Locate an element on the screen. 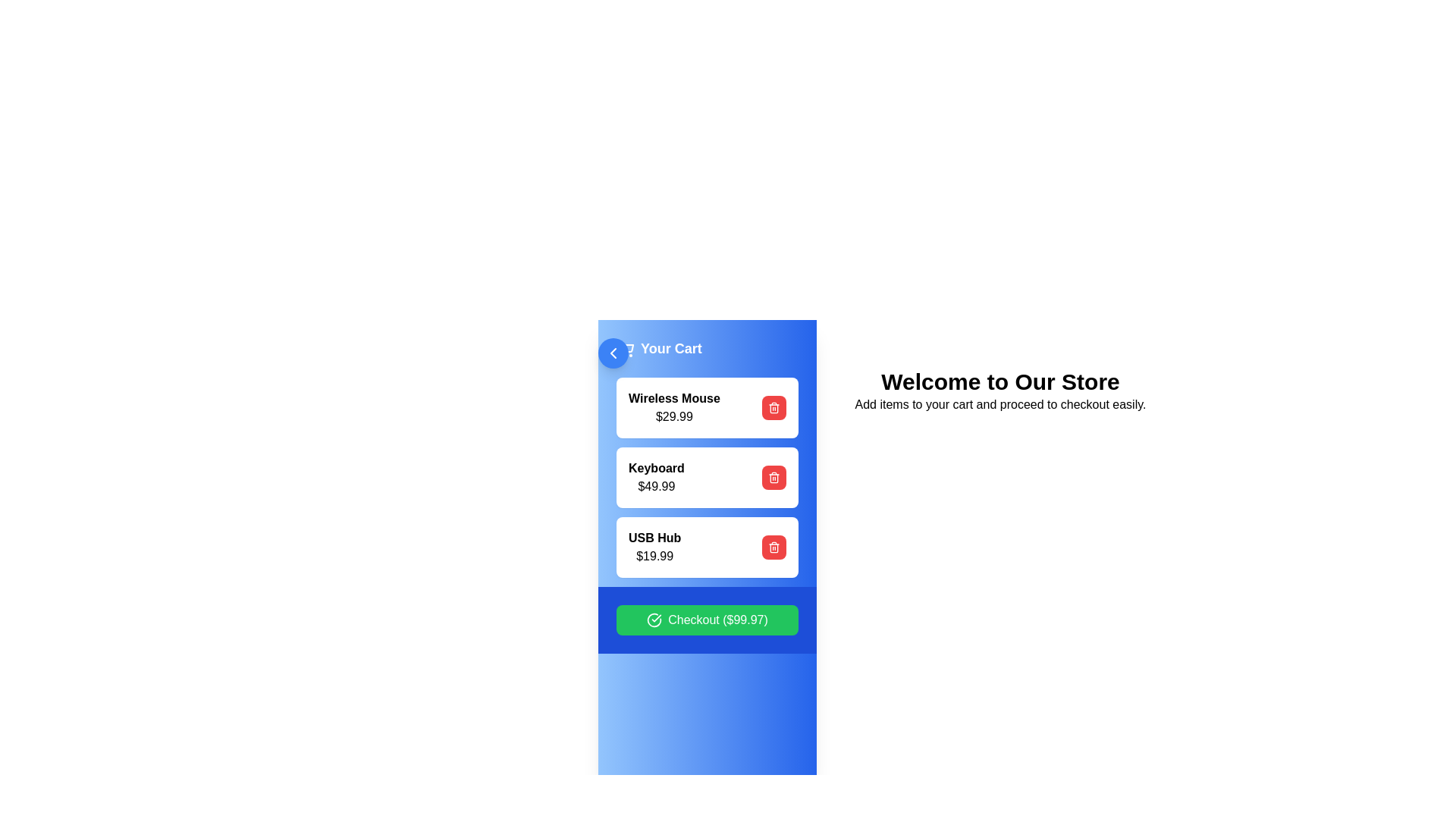  text from the 'Wireless Mouse' label, which displays 'Wireless Mouse' and '$29.99' in the 'Your Cart' section is located at coordinates (673, 406).